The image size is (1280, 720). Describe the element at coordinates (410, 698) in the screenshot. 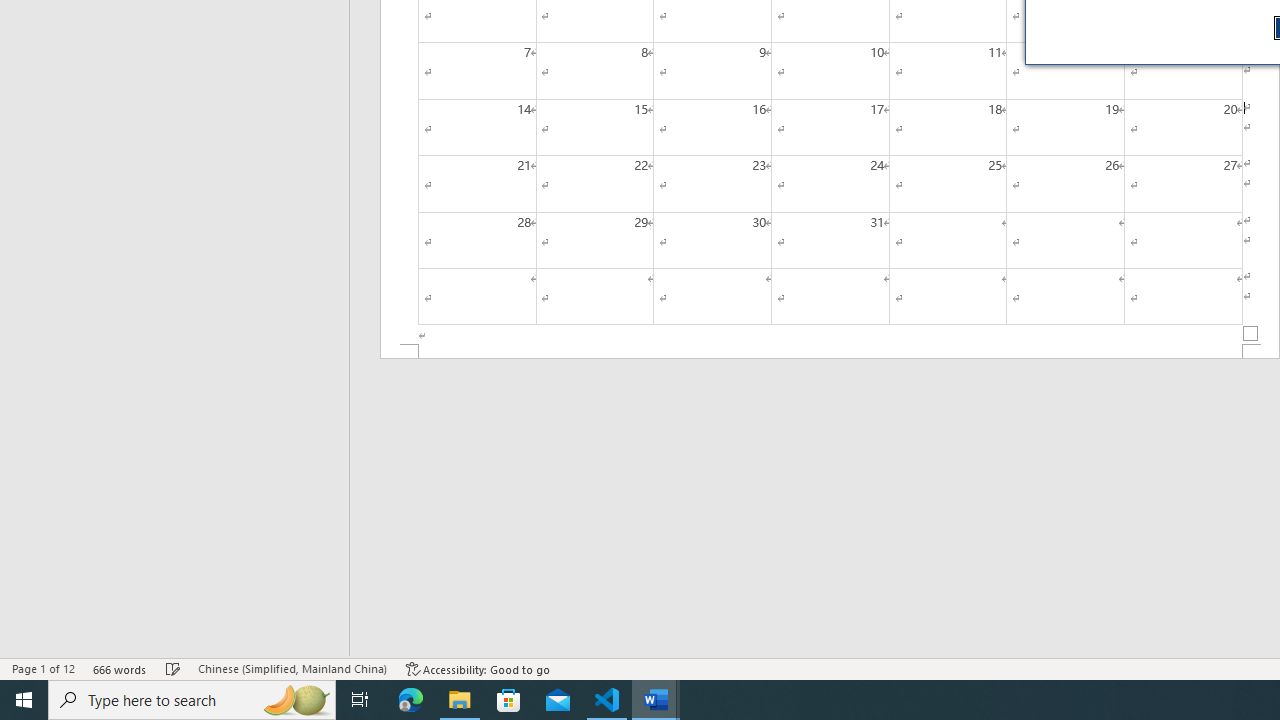

I see `'Microsoft Edge'` at that location.